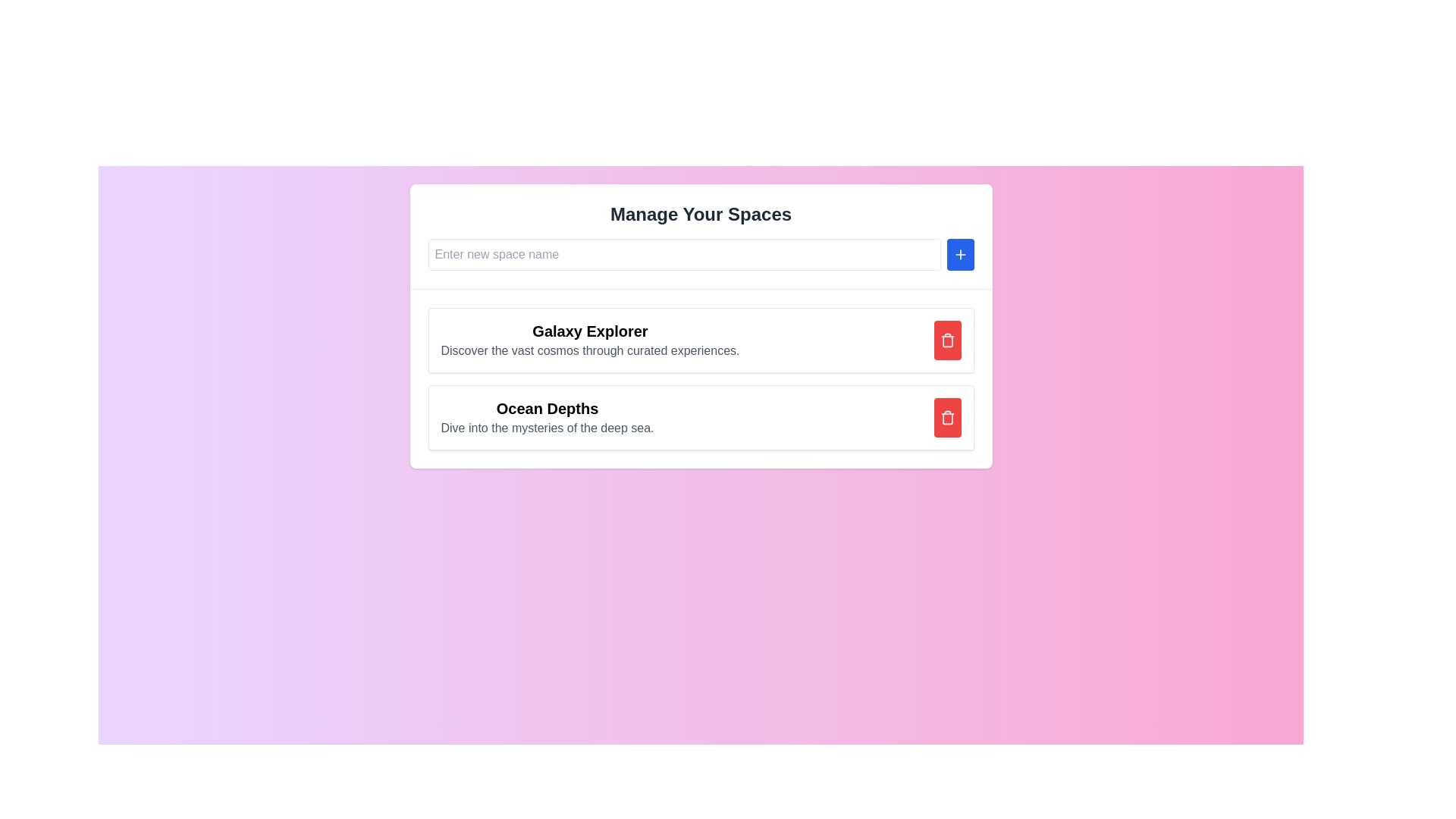  What do you see at coordinates (547, 428) in the screenshot?
I see `the static text displaying 'Dive into the mysteries of the deep sea.' which is styled as a descriptive tagline below the heading 'Ocean Depths' in the 'Manage Your Spaces' interface` at bounding box center [547, 428].